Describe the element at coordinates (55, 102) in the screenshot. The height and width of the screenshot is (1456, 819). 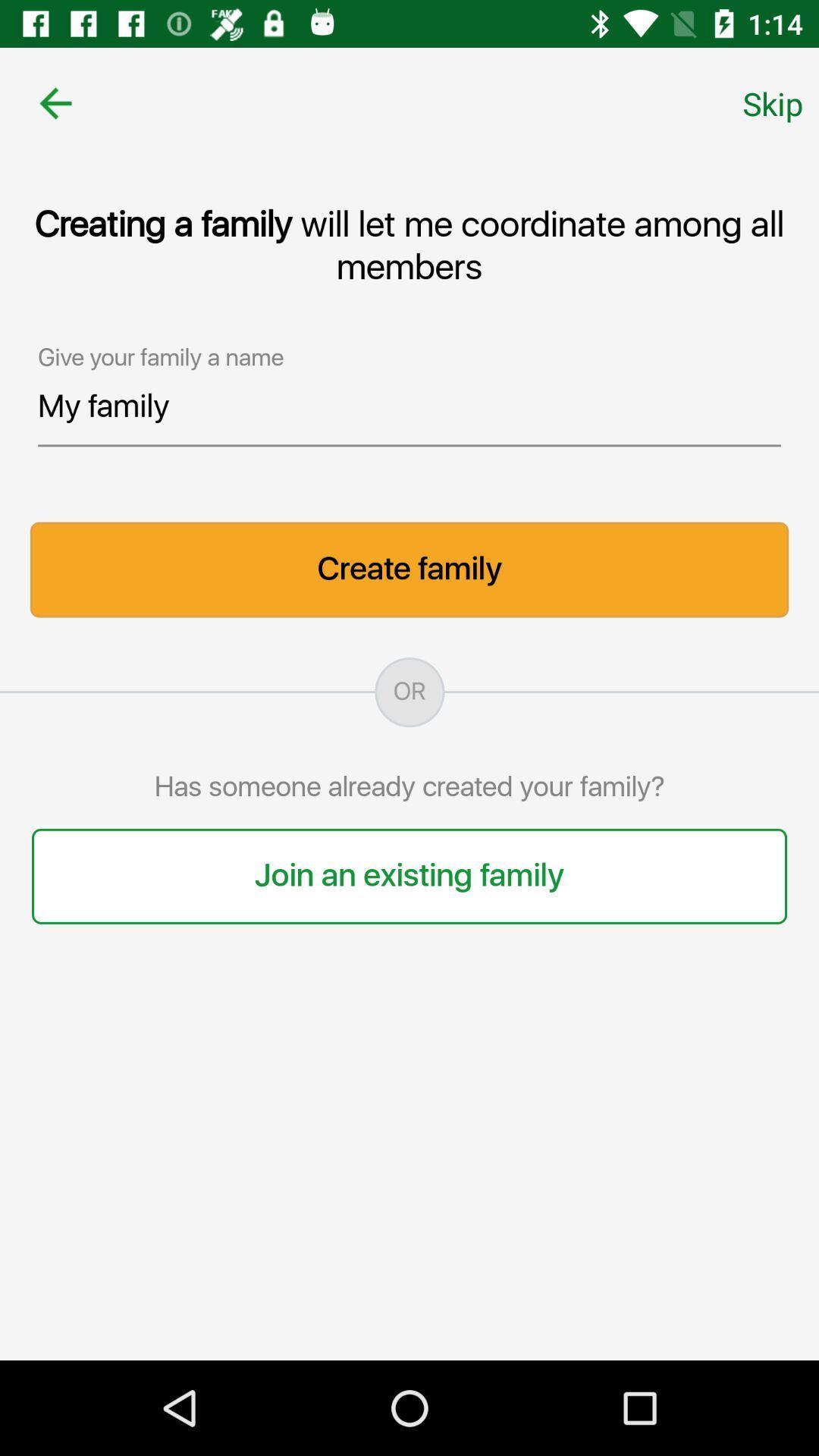
I see `the icon next to skip icon` at that location.